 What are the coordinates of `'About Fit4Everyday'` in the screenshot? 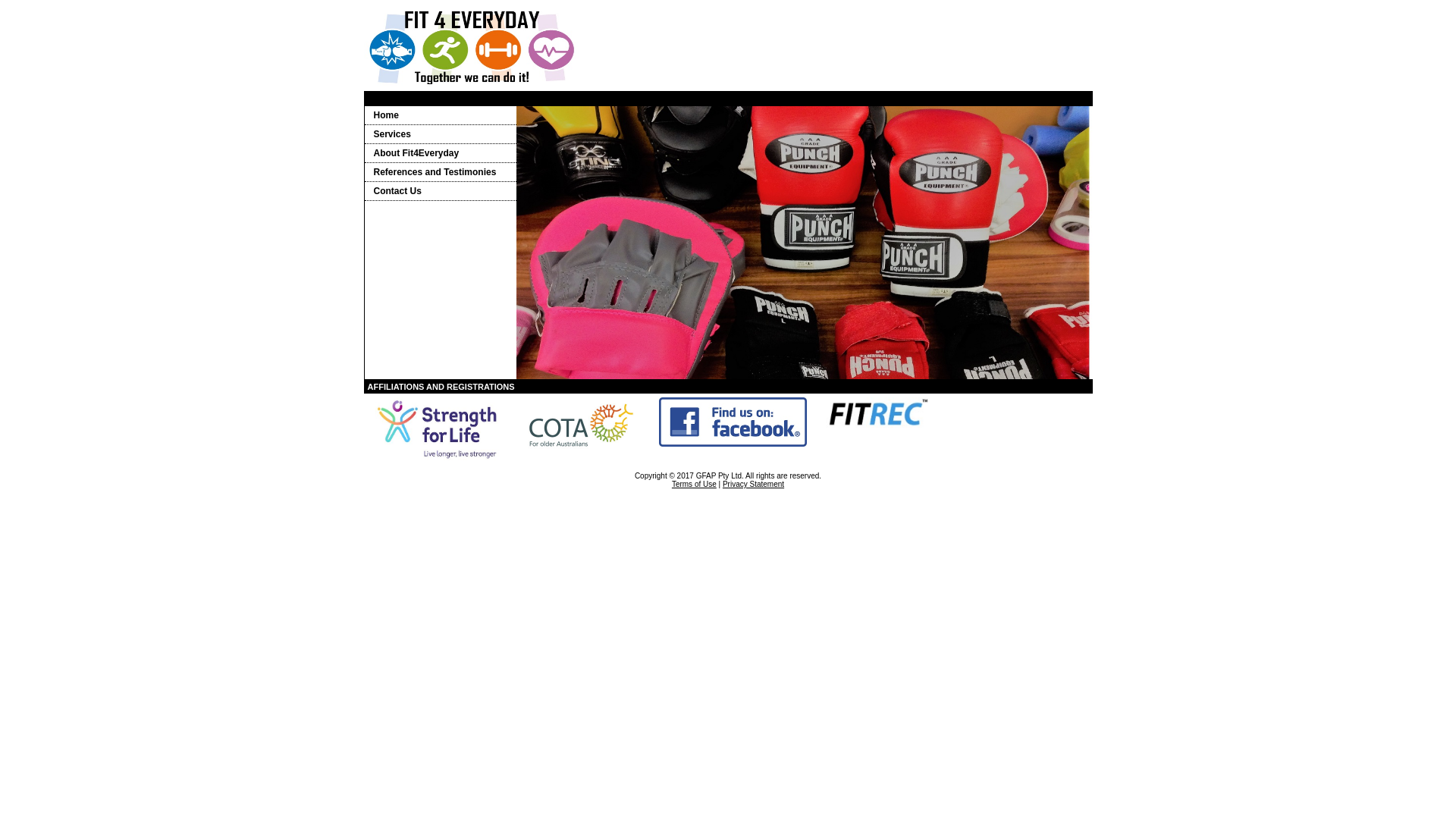 It's located at (364, 153).